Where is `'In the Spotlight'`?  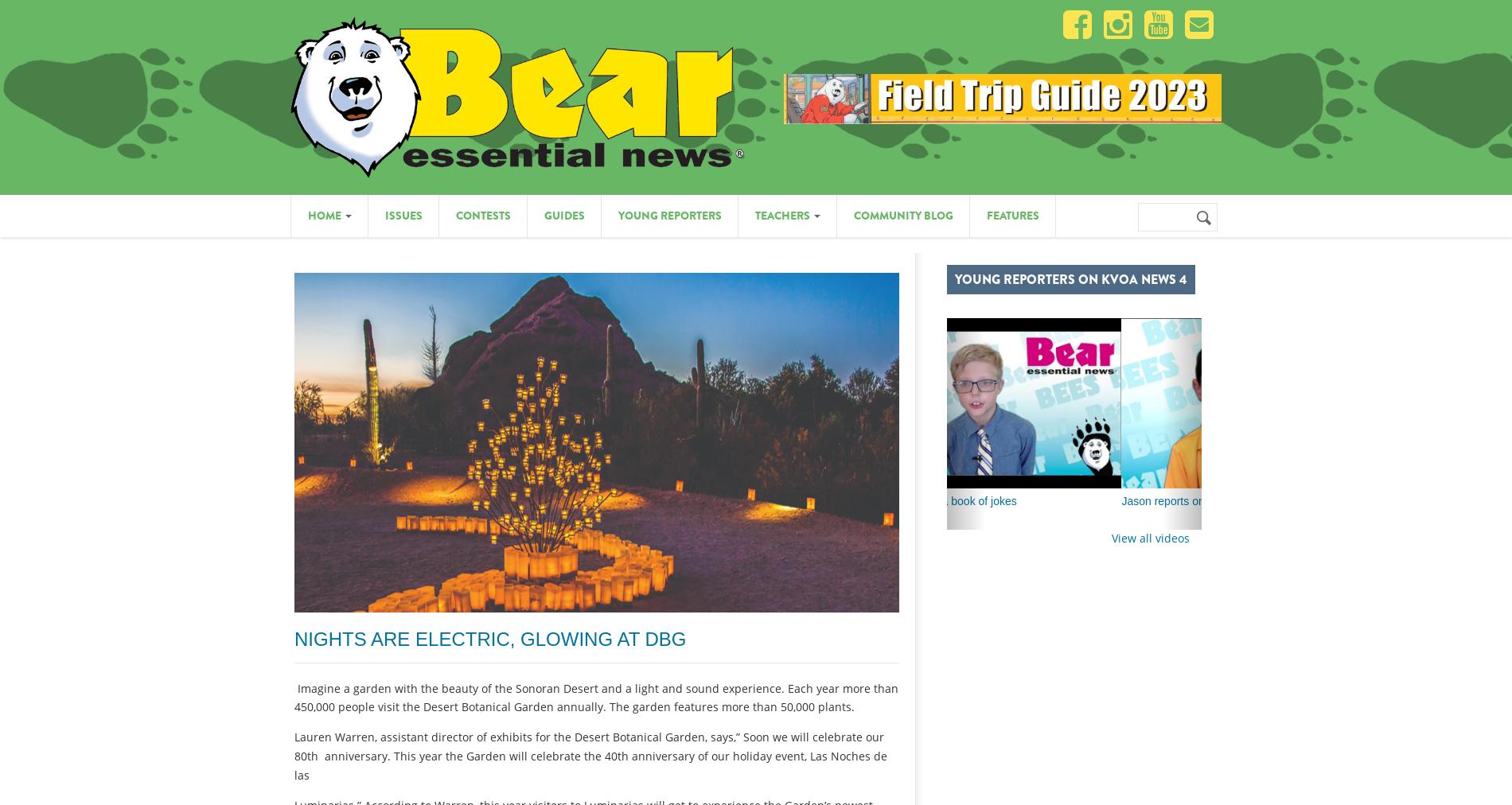
'In the Spotlight' is located at coordinates (1026, 151).